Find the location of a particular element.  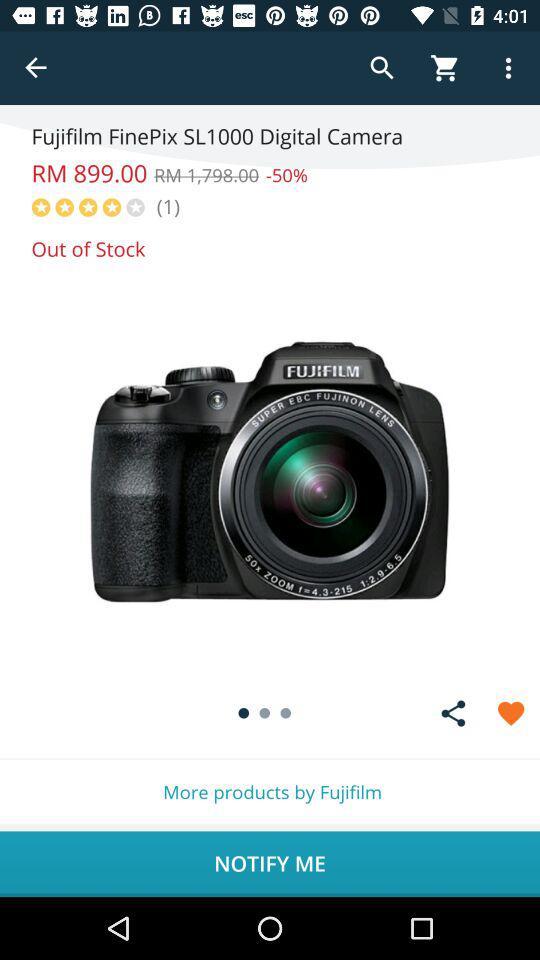

share picture is located at coordinates (453, 713).